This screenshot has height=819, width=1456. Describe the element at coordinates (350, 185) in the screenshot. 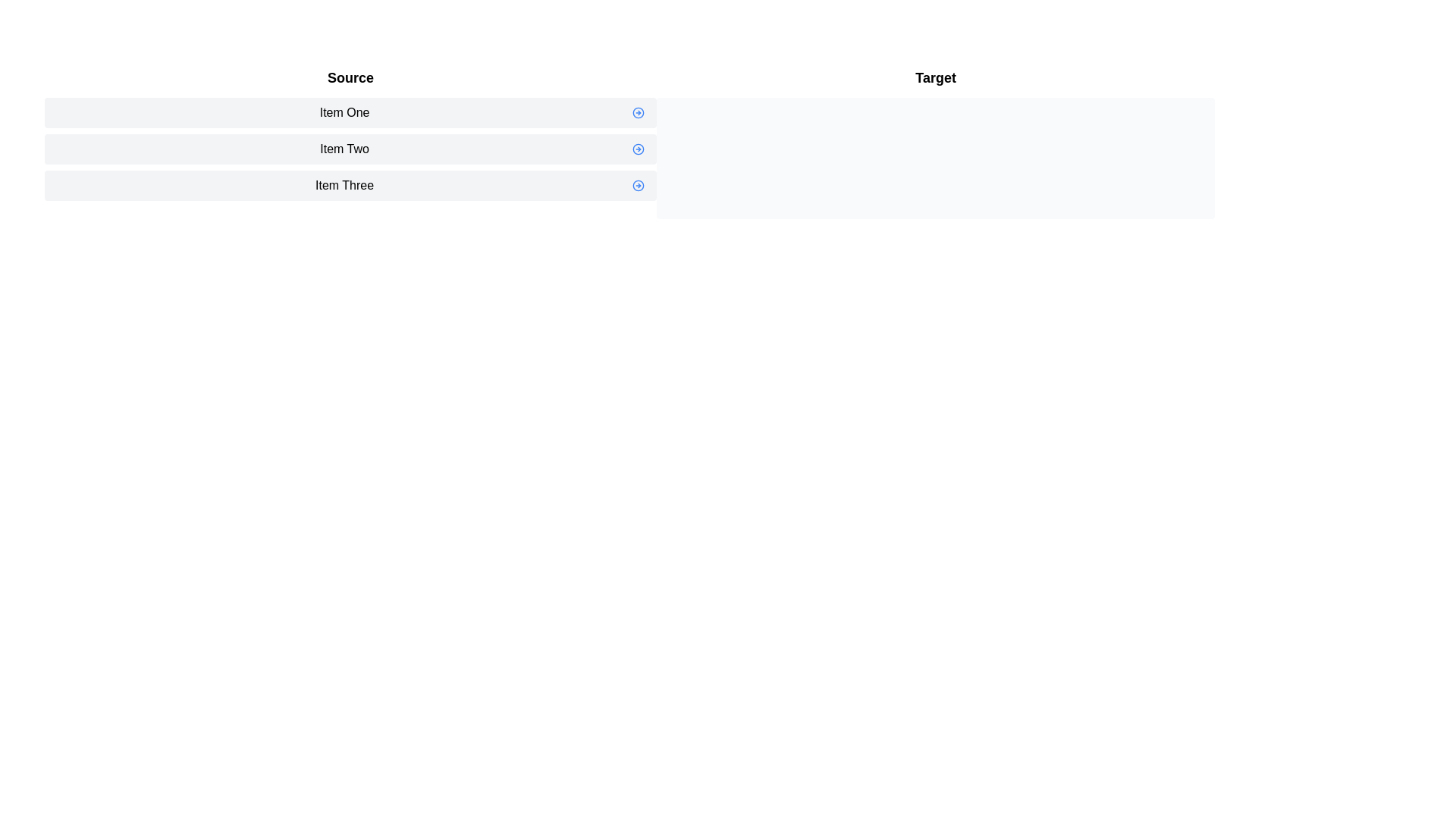

I see `the selectable list item labeled 'Item Three', which is the third item in the vertical list within the 'Source' column` at that location.